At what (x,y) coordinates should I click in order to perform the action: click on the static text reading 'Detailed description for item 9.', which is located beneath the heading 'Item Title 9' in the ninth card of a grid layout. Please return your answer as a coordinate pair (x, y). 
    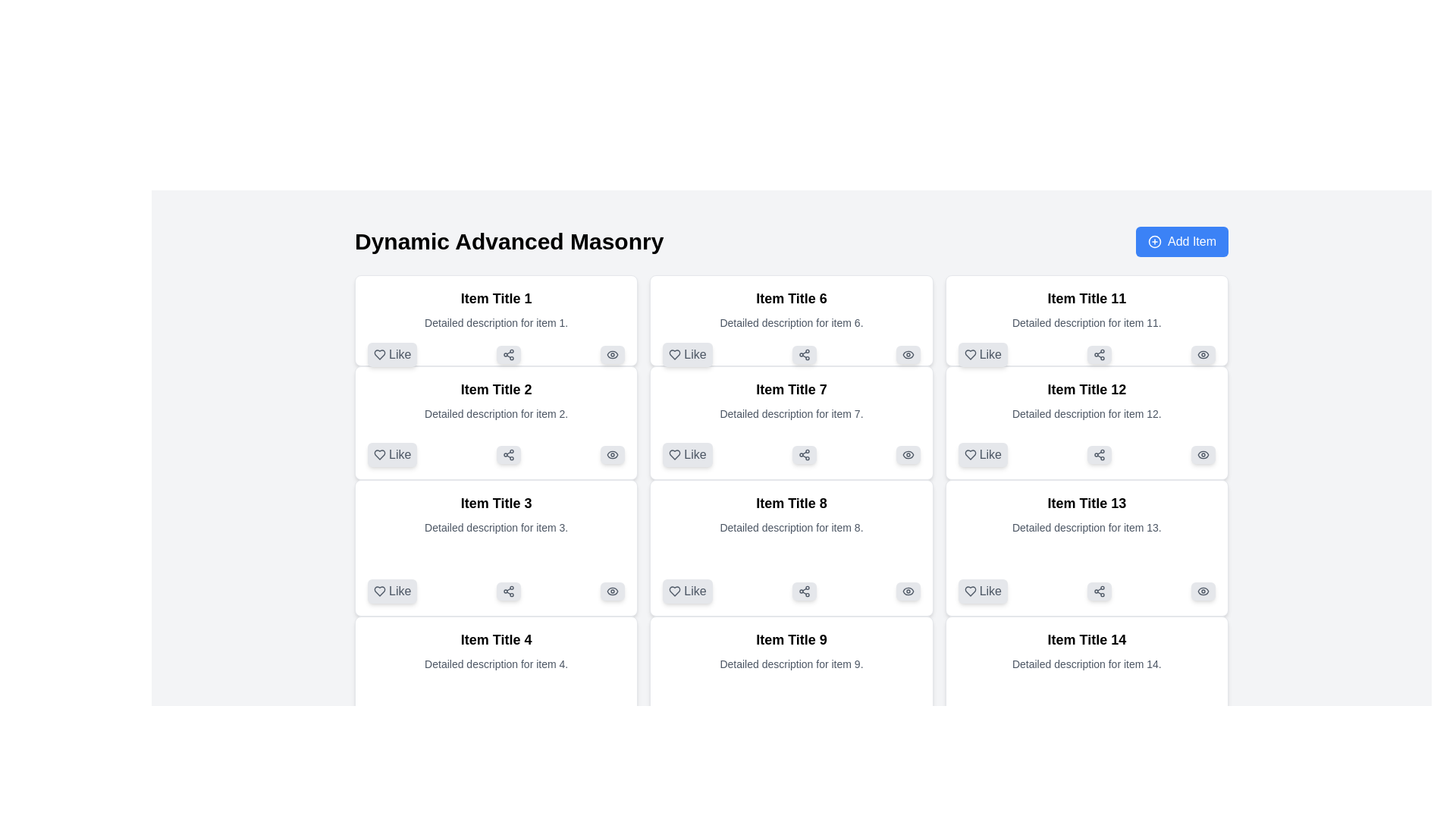
    Looking at the image, I should click on (790, 663).